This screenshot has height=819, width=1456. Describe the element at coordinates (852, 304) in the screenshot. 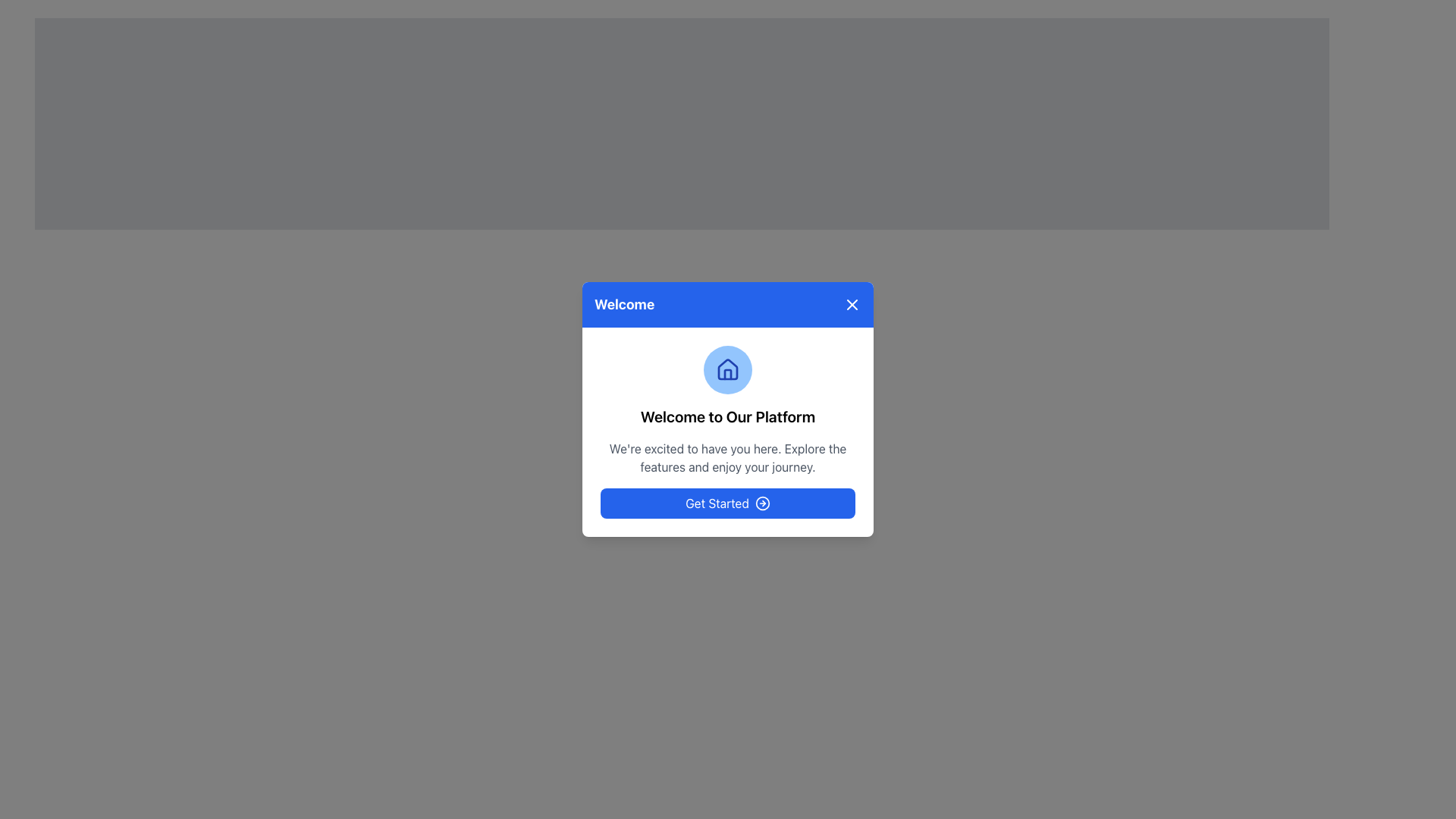

I see `the close button represented by a stylized 'X' located in the top-right corner of the blue header section labeled 'Welcome'` at that location.